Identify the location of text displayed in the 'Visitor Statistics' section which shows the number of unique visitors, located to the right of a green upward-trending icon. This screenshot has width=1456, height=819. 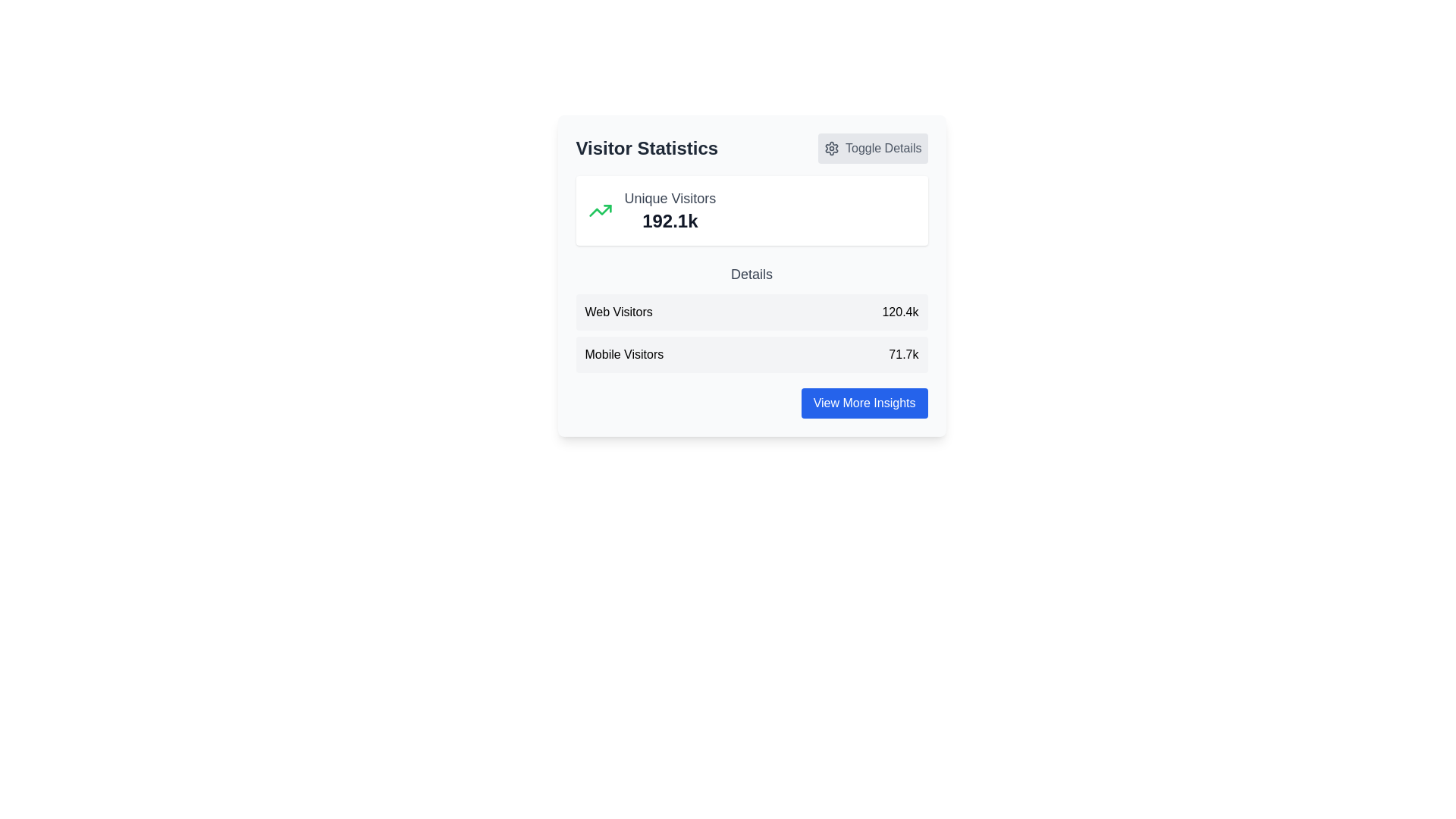
(669, 210).